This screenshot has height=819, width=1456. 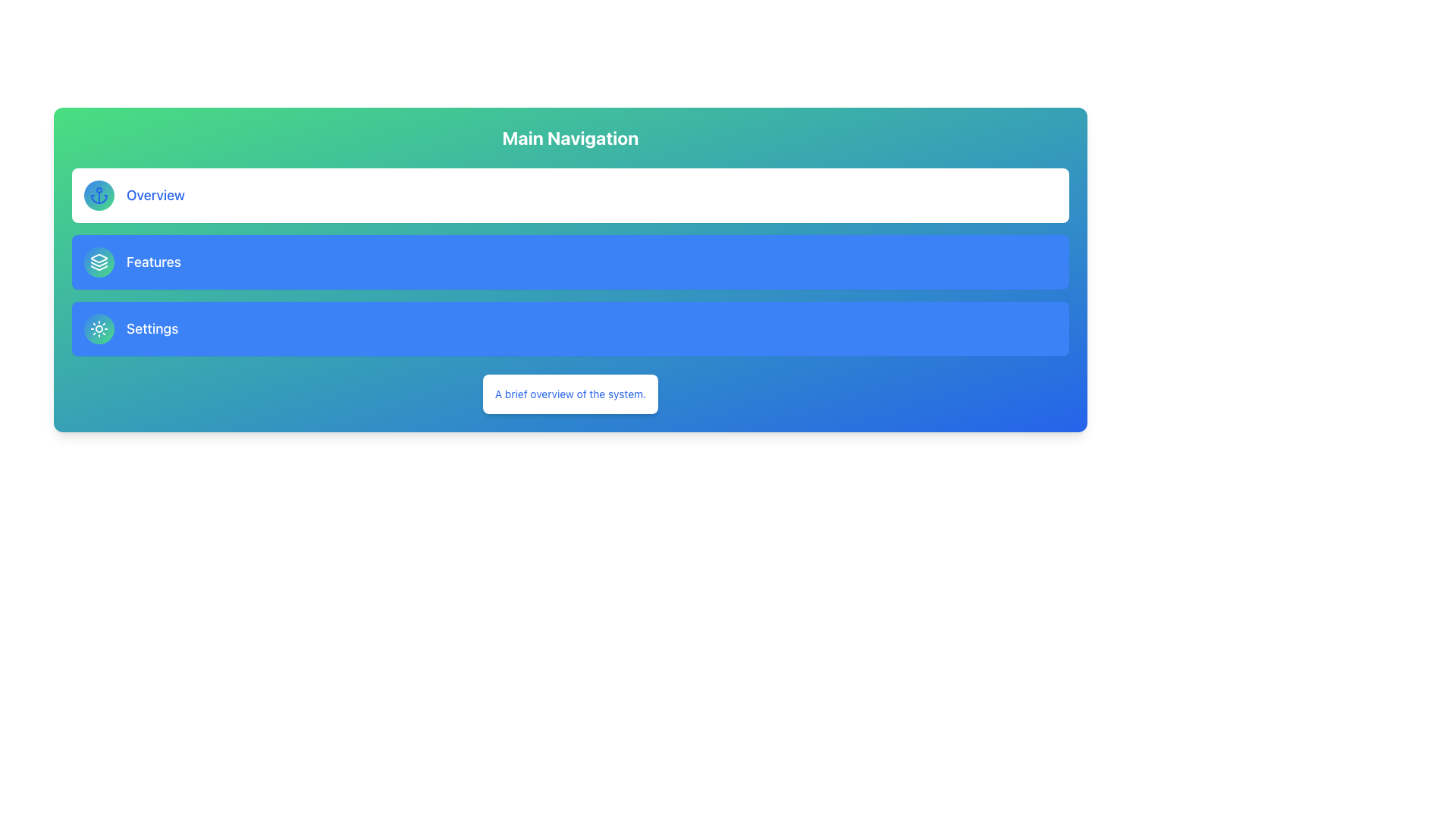 What do you see at coordinates (98, 195) in the screenshot?
I see `the circular icon with a gradient background and anchor graphic in the navigation menu, located to the left of the 'Overview' text` at bounding box center [98, 195].